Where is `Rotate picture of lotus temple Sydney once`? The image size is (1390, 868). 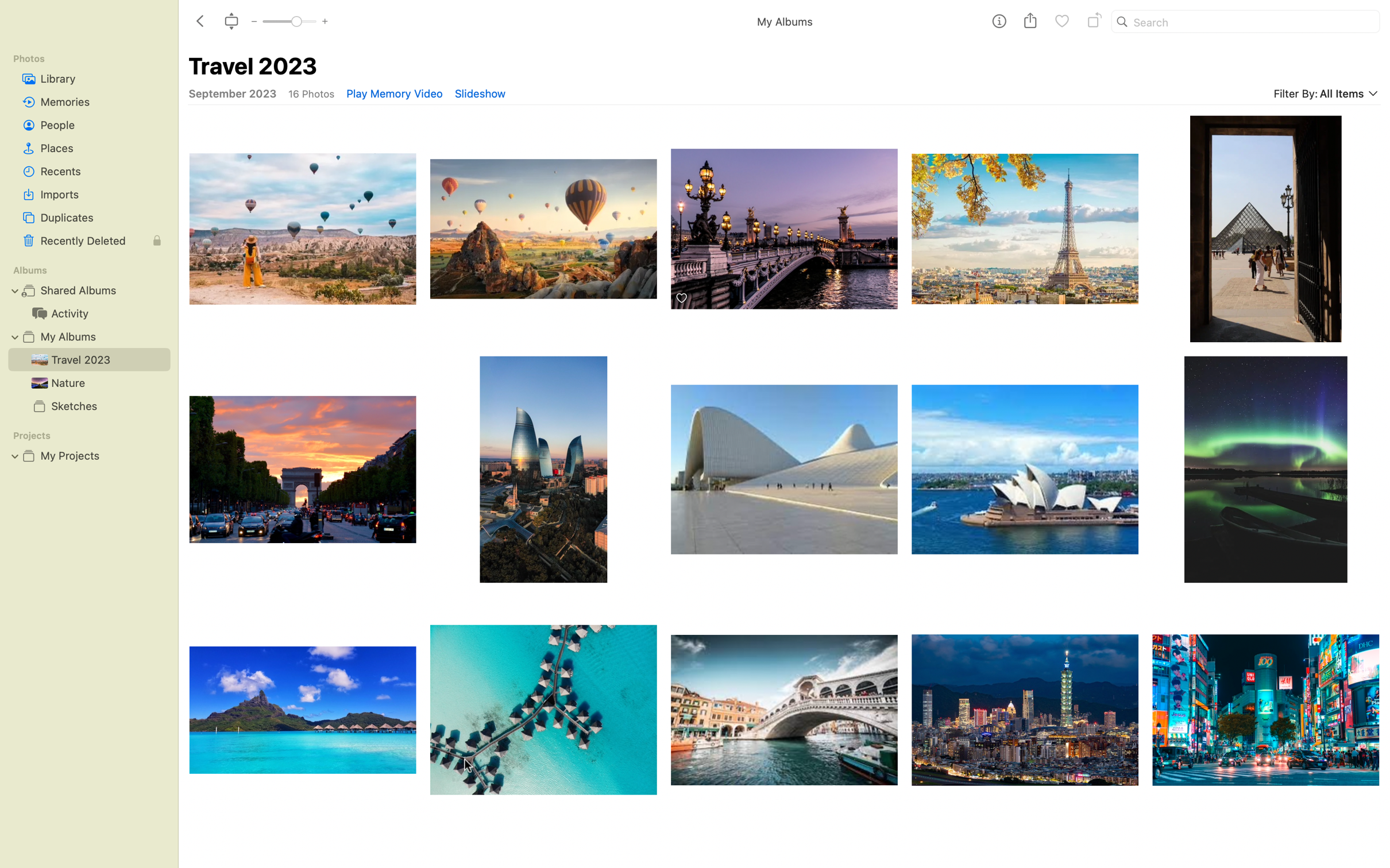 Rotate picture of lotus temple Sydney once is located at coordinates (1025, 468).